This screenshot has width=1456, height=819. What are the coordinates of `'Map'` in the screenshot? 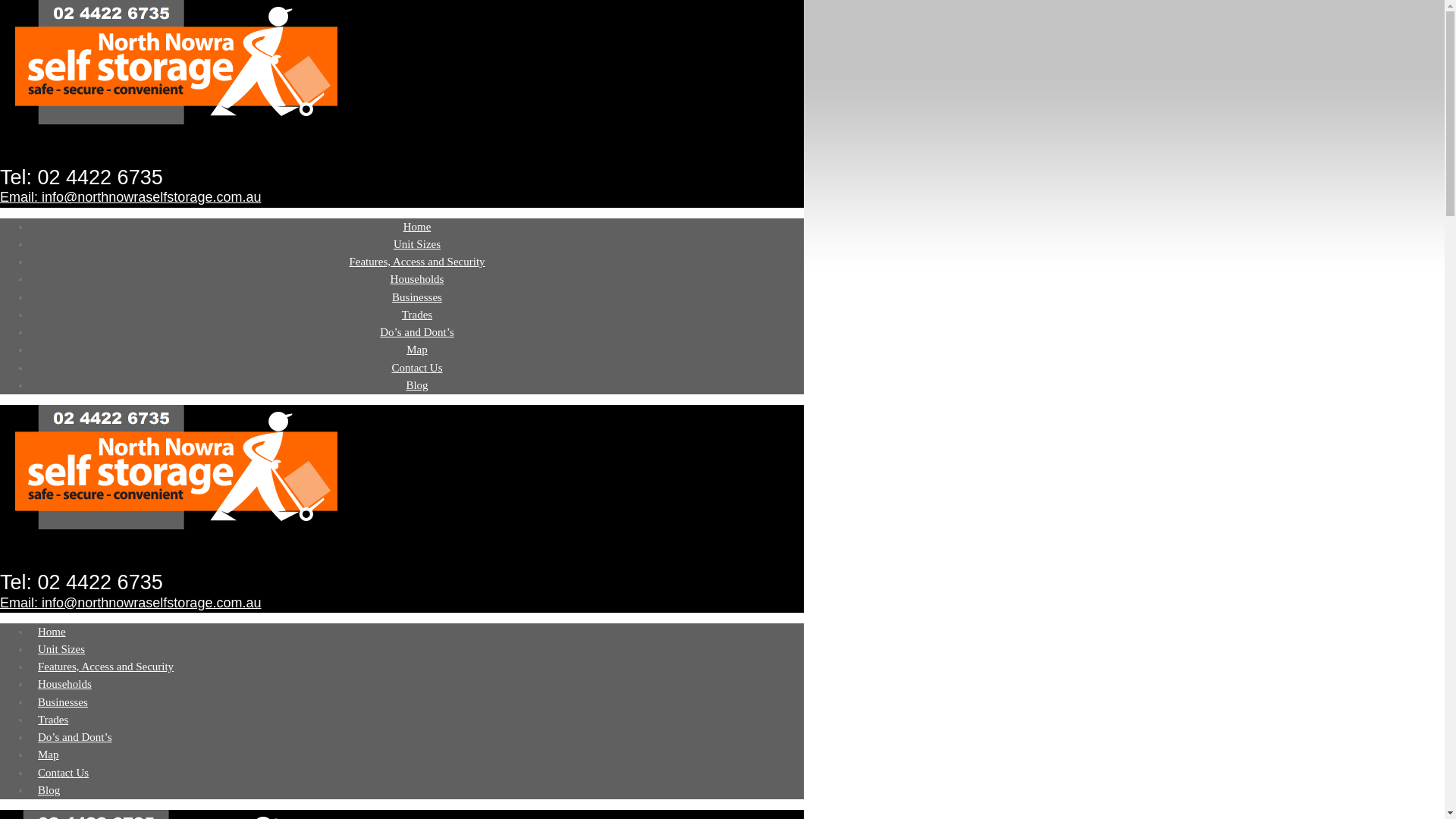 It's located at (30, 755).